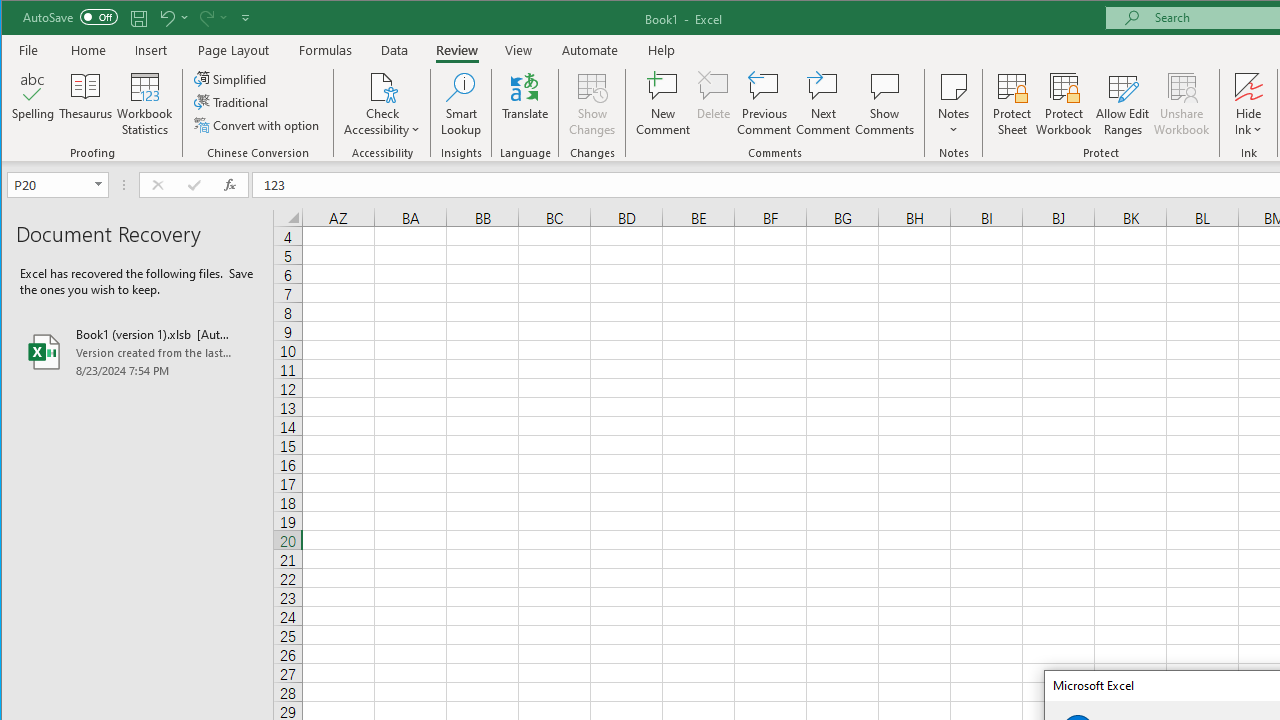  What do you see at coordinates (257, 125) in the screenshot?
I see `'Convert with option'` at bounding box center [257, 125].